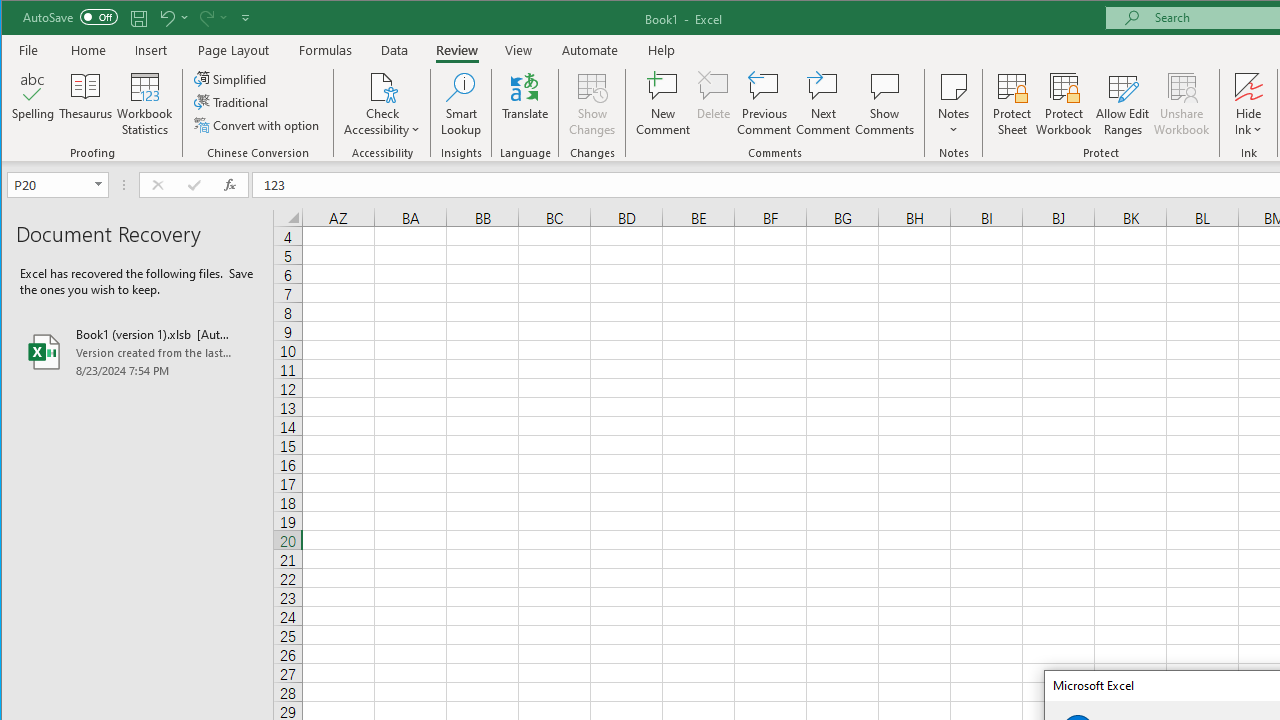  What do you see at coordinates (257, 125) in the screenshot?
I see `'Convert with option'` at bounding box center [257, 125].